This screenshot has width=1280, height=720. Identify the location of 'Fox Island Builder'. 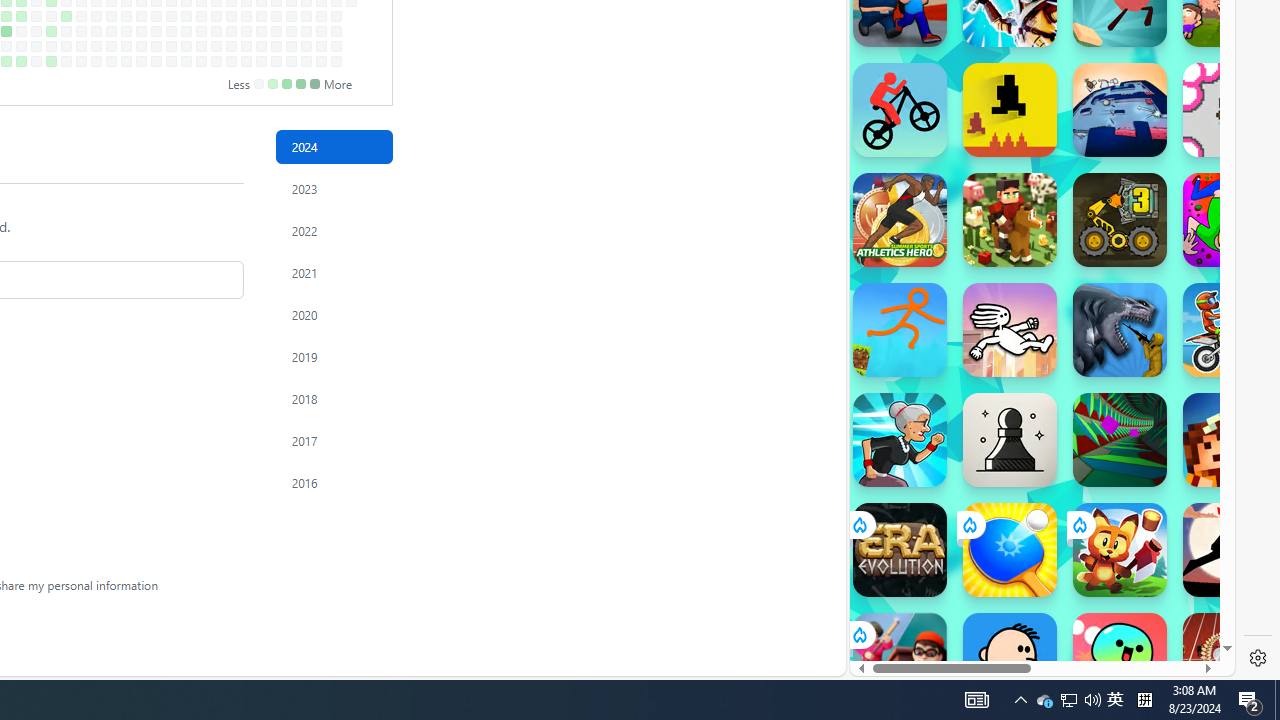
(1120, 550).